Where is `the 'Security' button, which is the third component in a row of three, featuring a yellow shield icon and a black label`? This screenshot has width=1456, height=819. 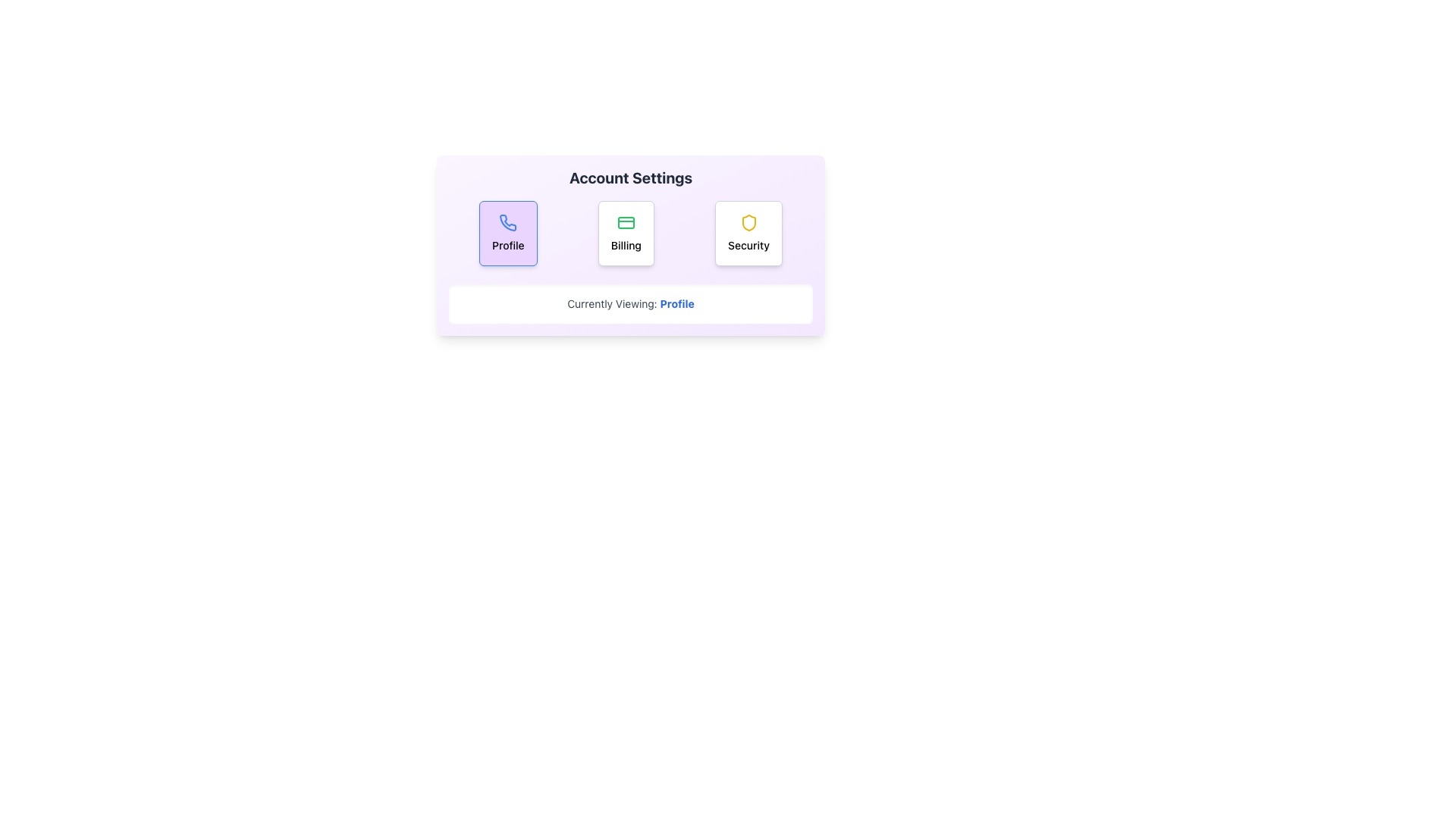 the 'Security' button, which is the third component in a row of three, featuring a yellow shield icon and a black label is located at coordinates (748, 234).